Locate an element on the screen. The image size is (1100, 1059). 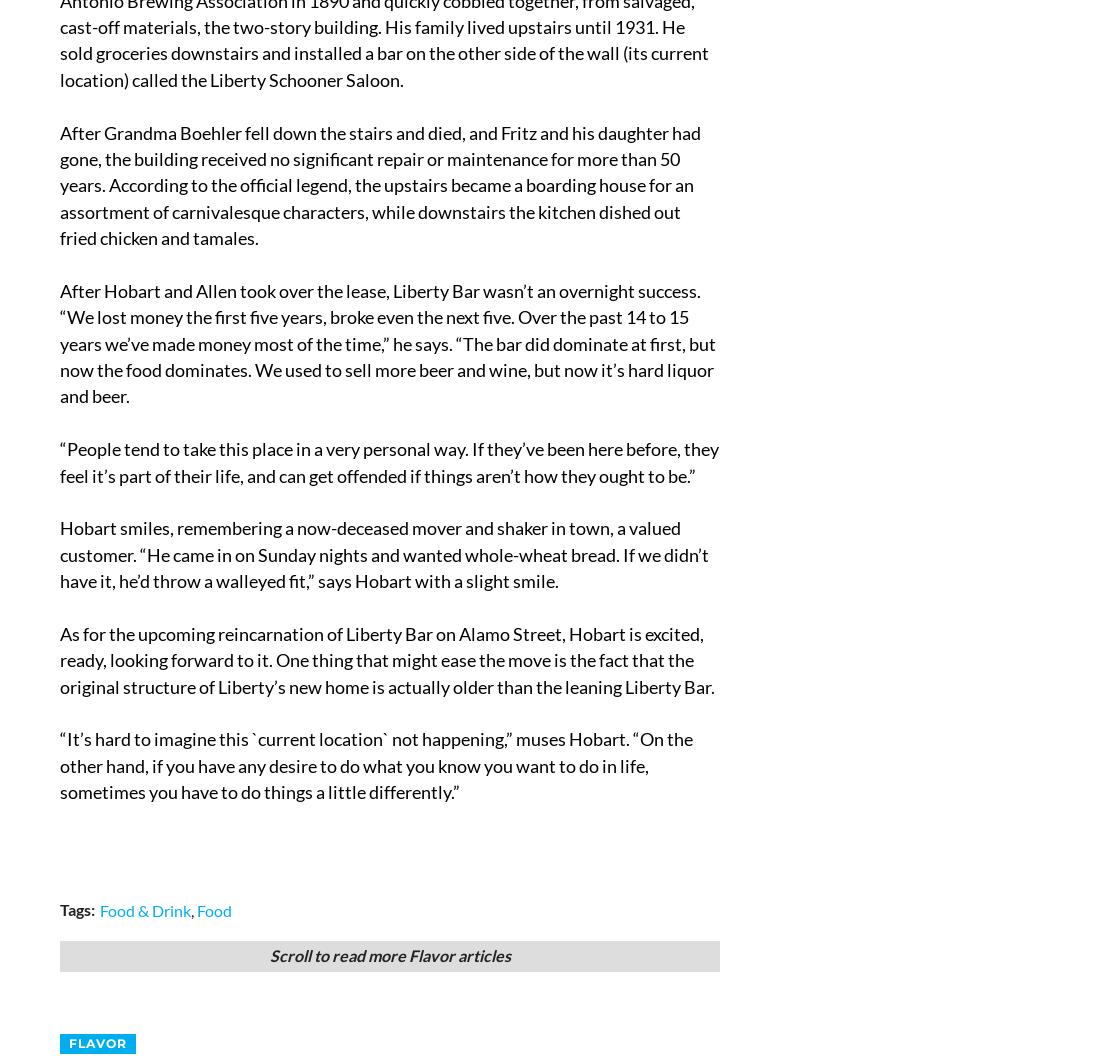
'Food & Drink' is located at coordinates (144, 909).